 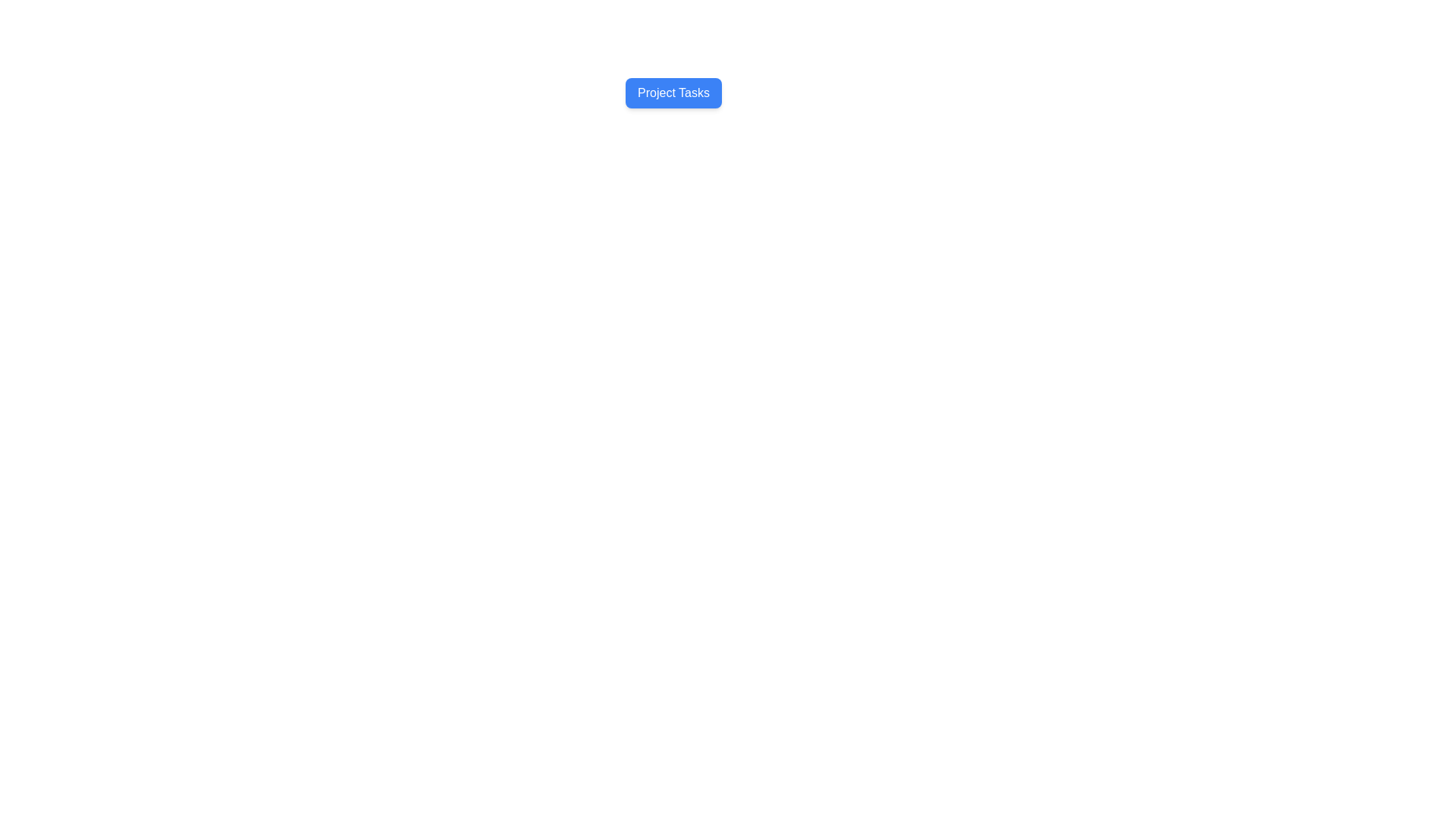 I want to click on the 'Project Tasks' button, so click(x=673, y=93).